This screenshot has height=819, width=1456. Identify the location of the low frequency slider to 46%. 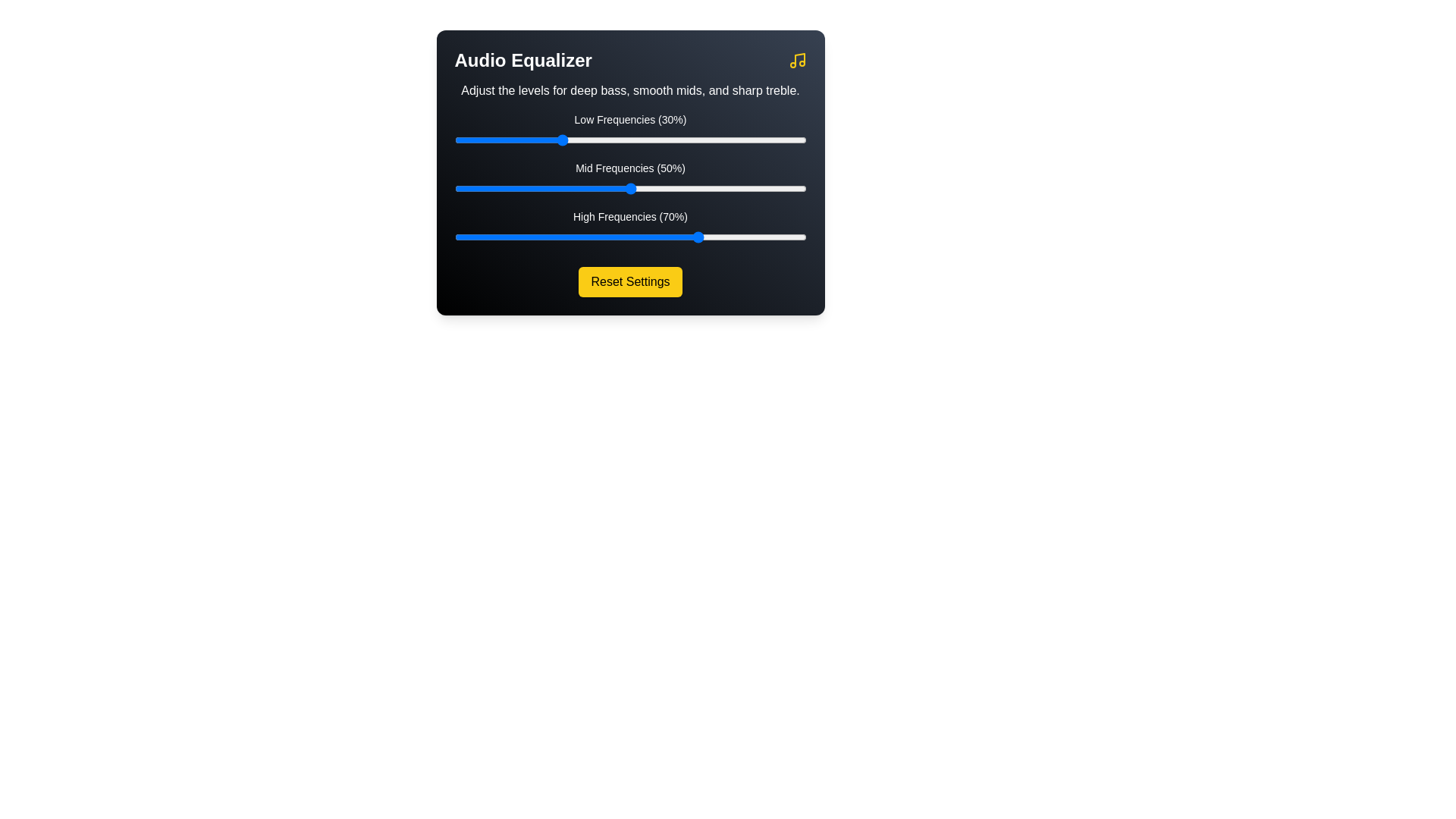
(616, 140).